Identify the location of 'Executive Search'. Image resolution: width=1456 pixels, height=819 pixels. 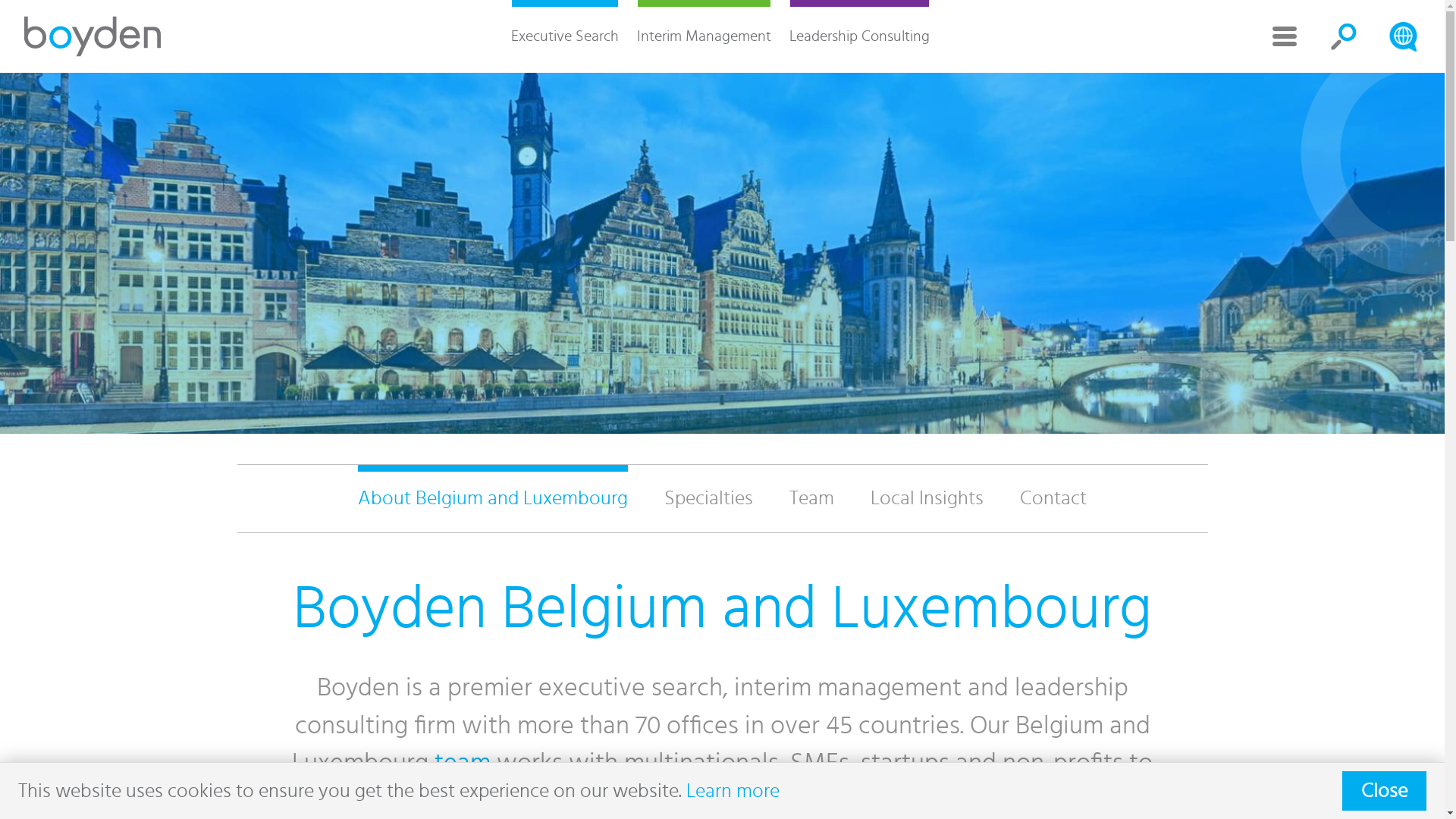
(563, 35).